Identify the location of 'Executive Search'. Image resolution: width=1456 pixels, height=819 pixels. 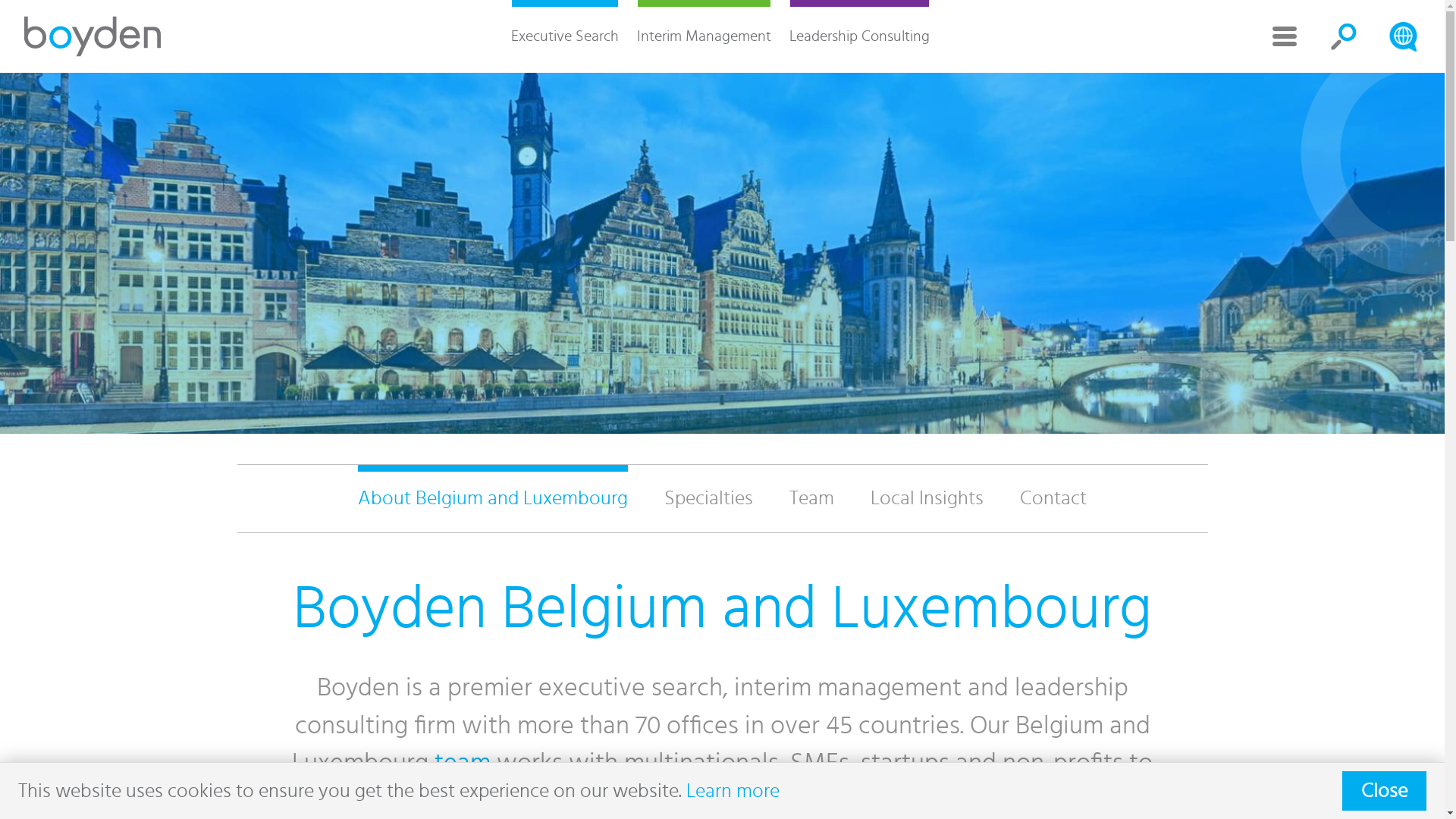
(563, 35).